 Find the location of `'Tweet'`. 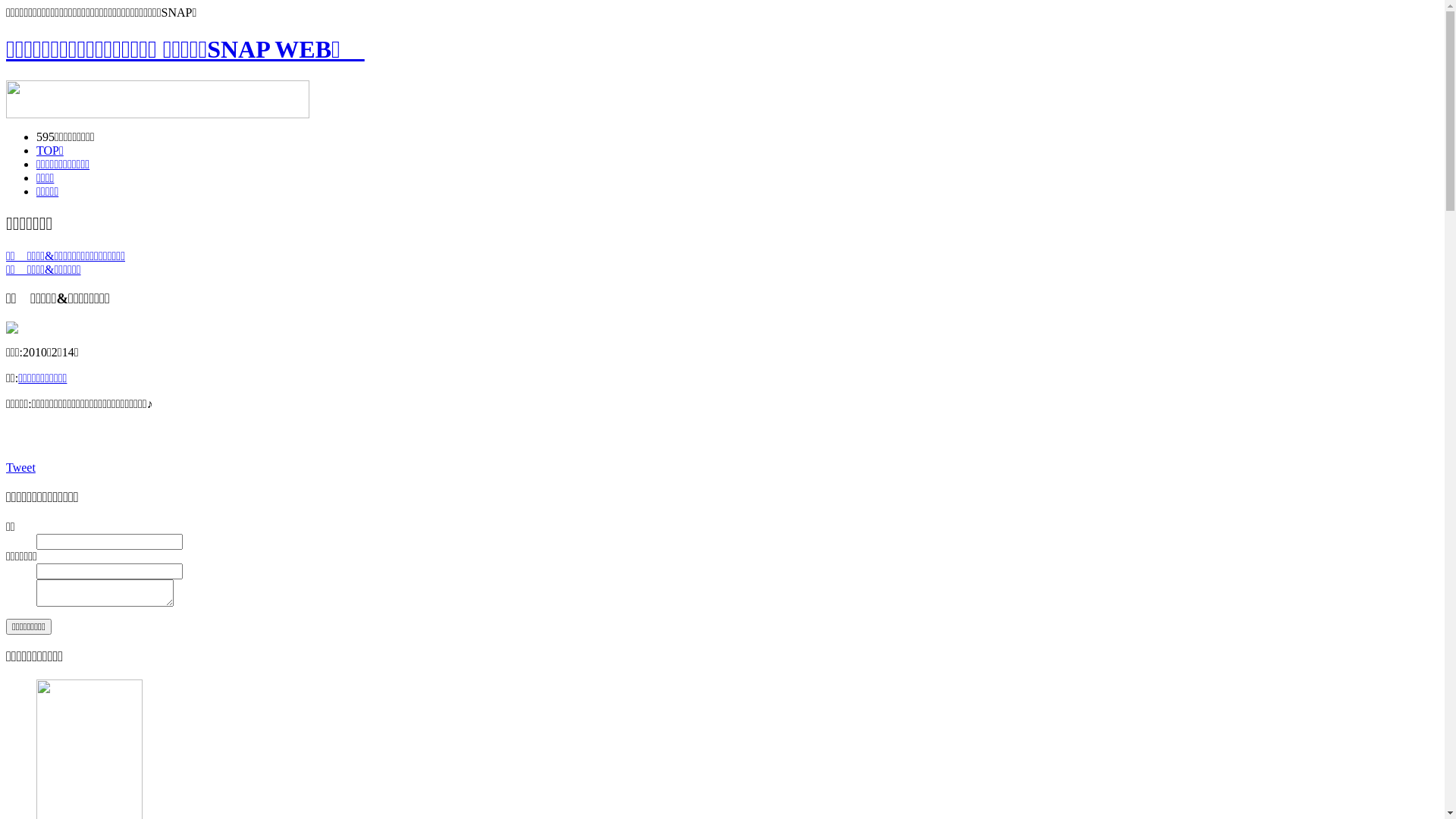

'Tweet' is located at coordinates (20, 466).